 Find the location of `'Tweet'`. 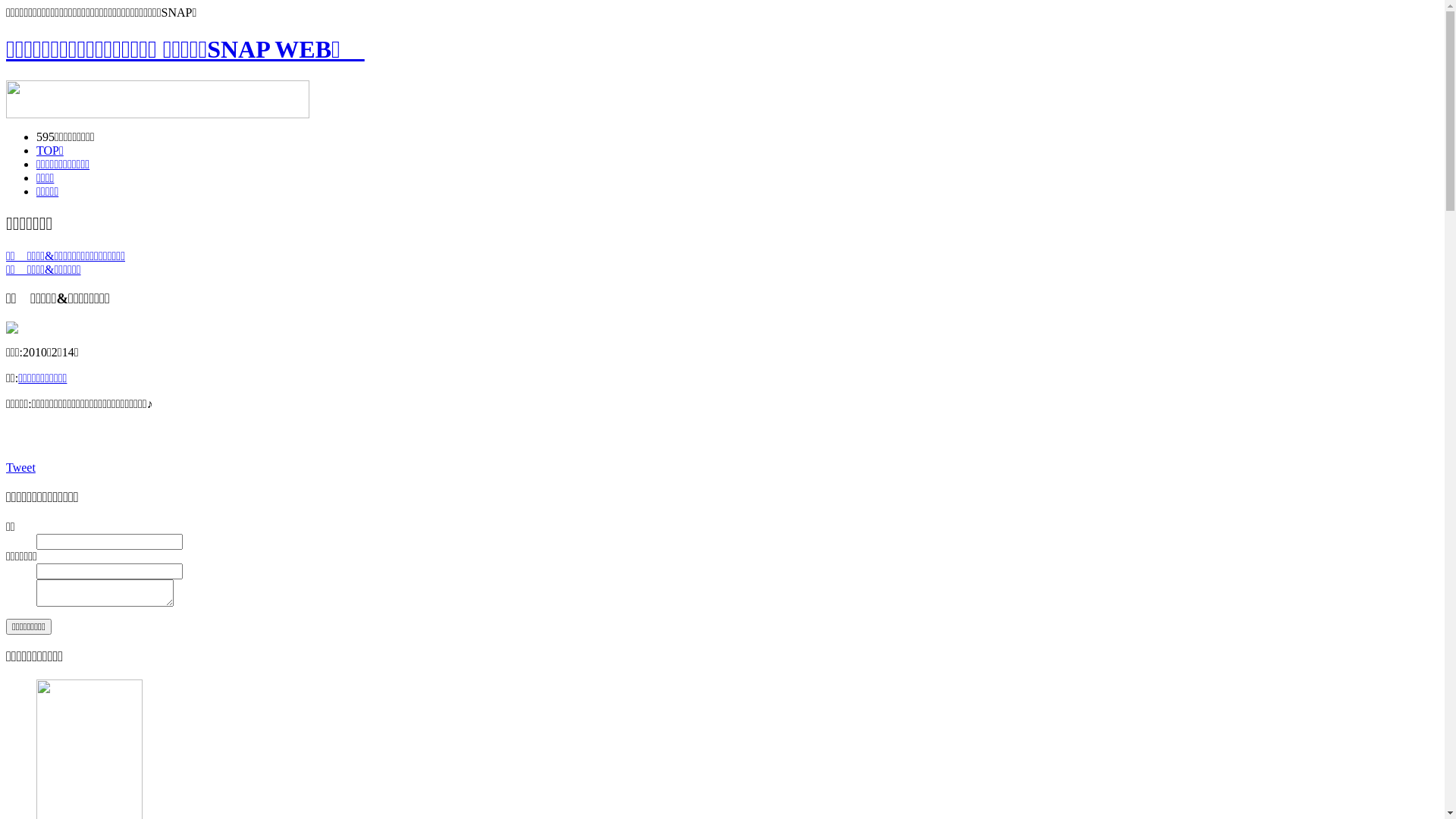

'Tweet' is located at coordinates (20, 466).